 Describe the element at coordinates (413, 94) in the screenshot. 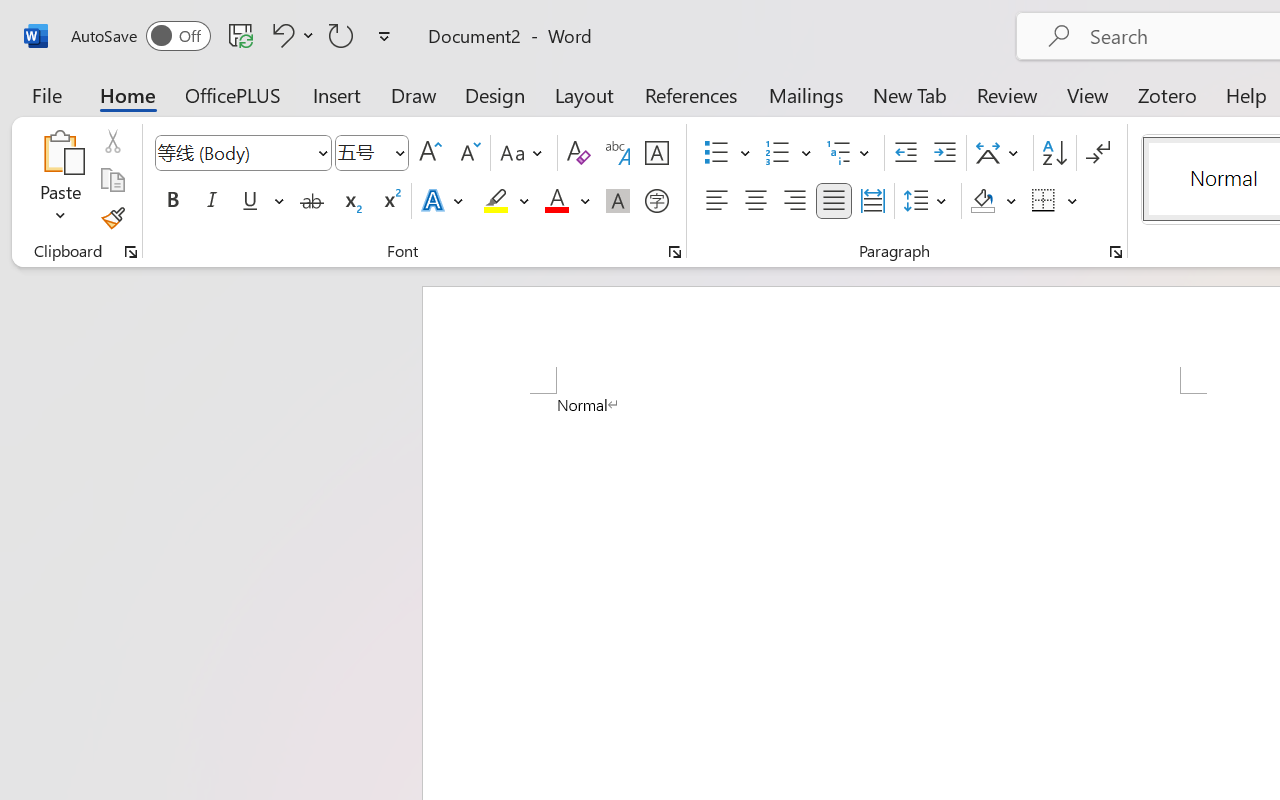

I see `'Draw'` at that location.